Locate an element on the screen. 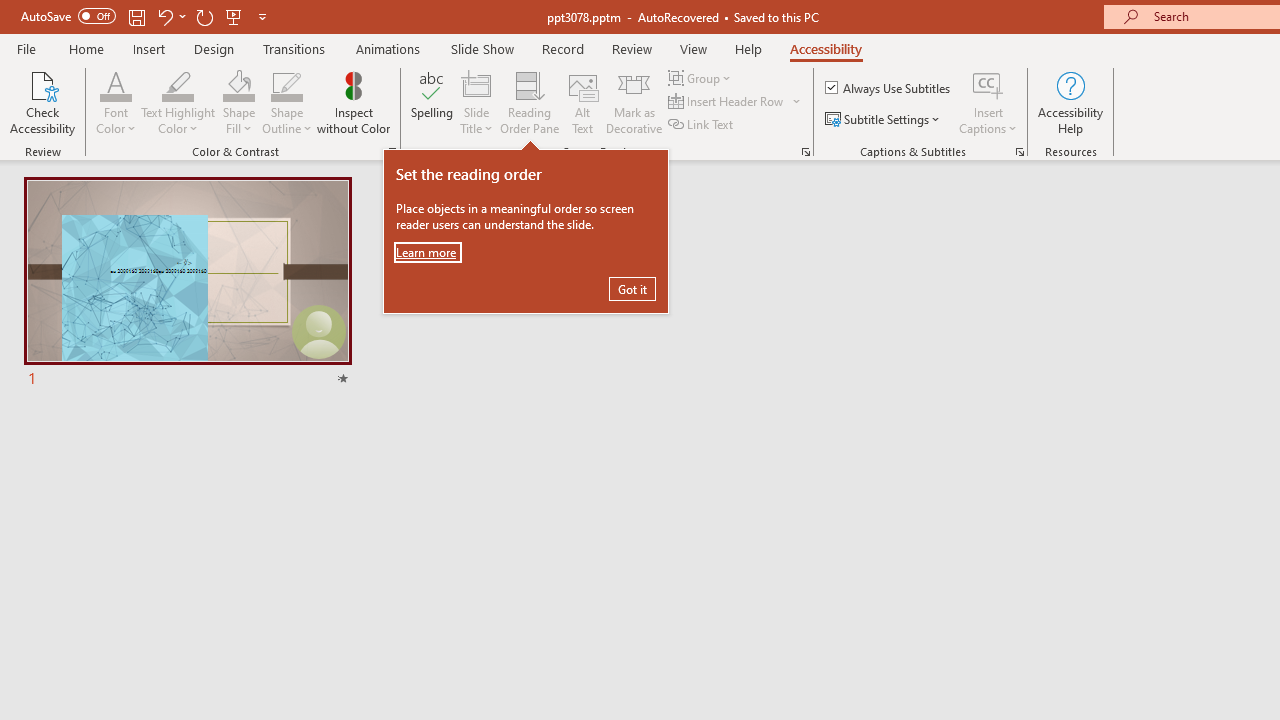  'Insert Captions' is located at coordinates (988, 84).